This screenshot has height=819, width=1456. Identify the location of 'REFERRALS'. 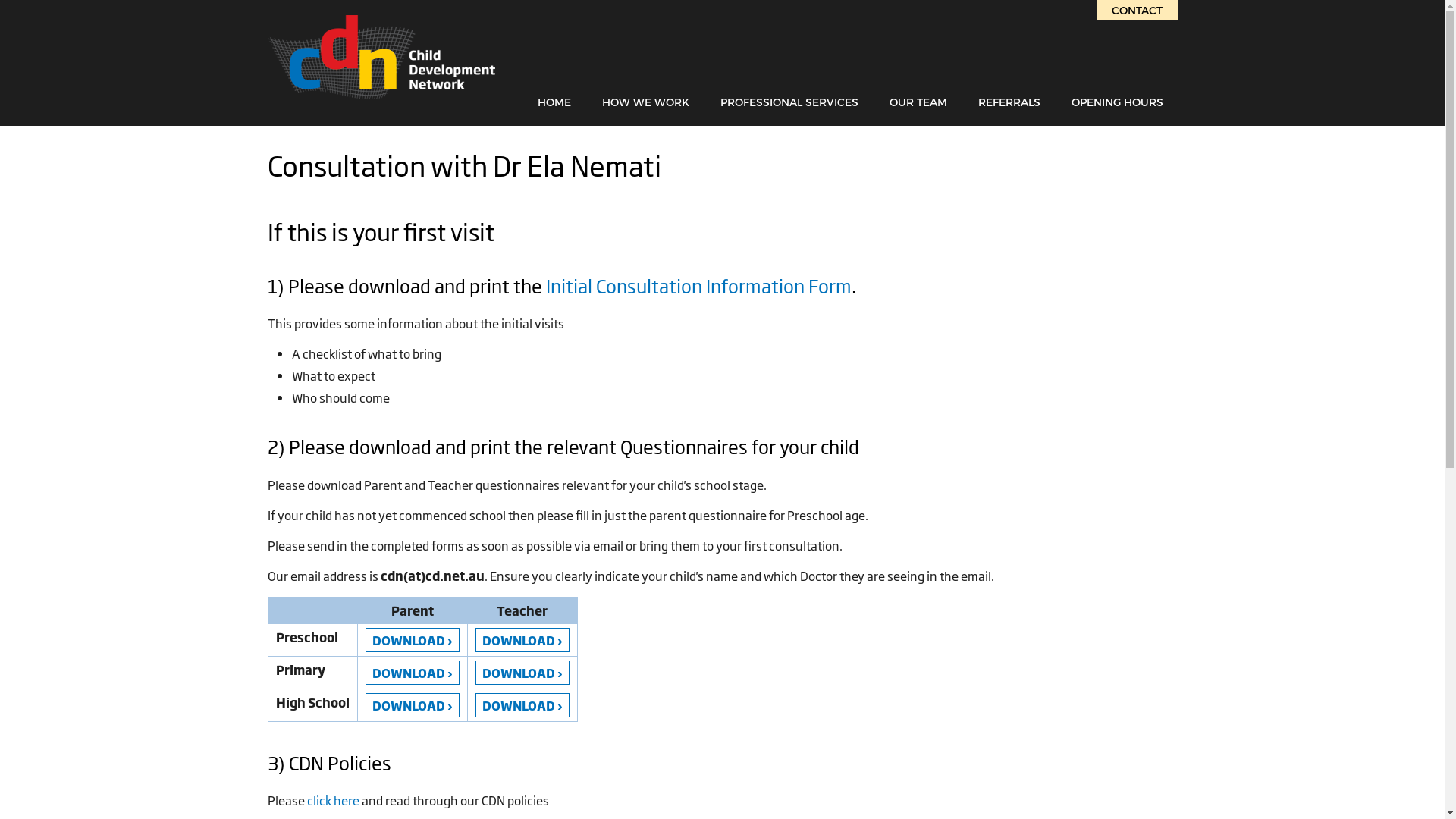
(1009, 102).